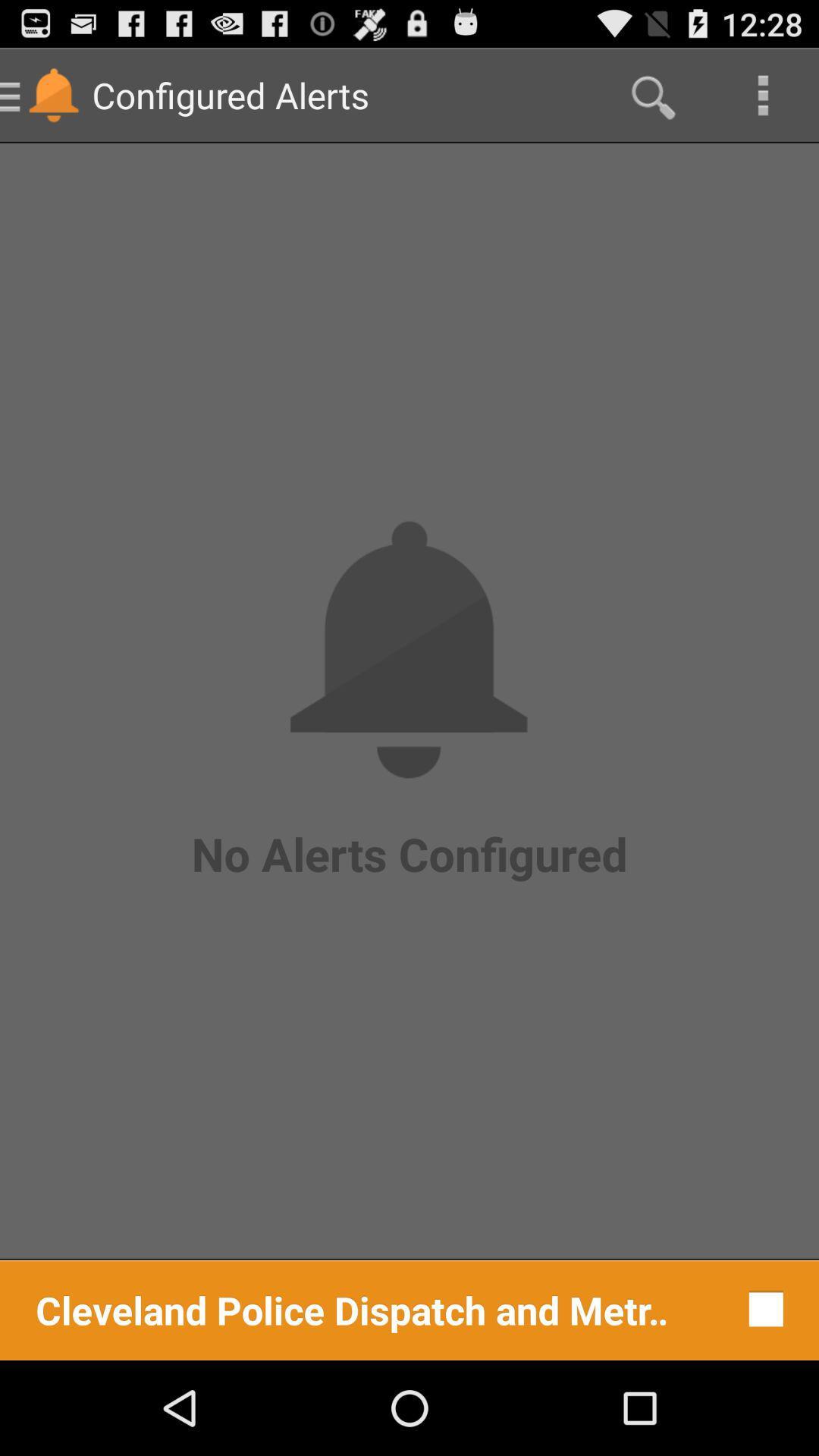 This screenshot has width=819, height=1456. Describe the element at coordinates (762, 1308) in the screenshot. I see `icon at the bottom right corner` at that location.